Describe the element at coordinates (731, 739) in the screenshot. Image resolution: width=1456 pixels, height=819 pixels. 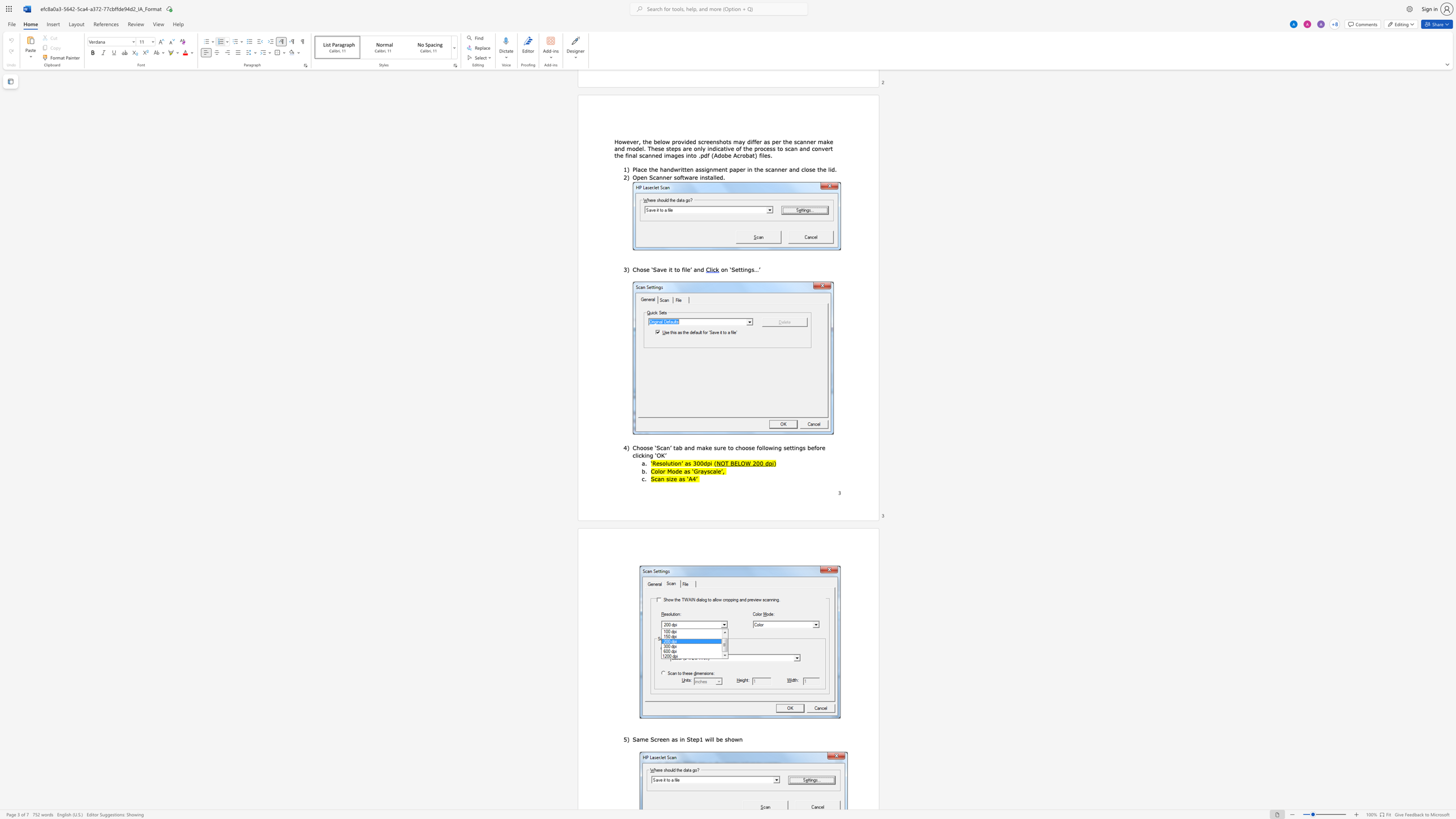
I see `the space between the continuous character "h" and "o" in the text` at that location.